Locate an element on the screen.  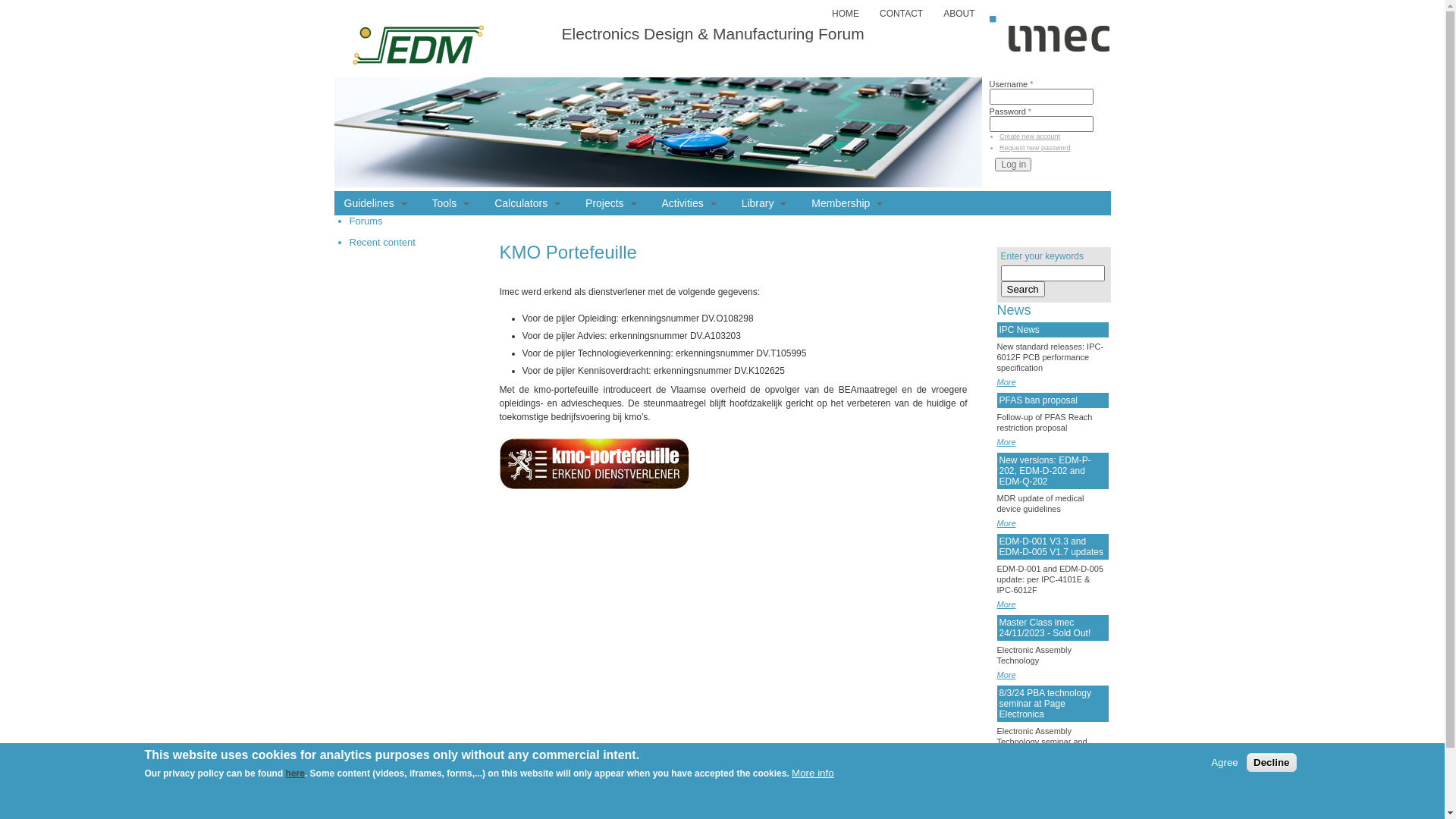
'More info' is located at coordinates (790, 773).